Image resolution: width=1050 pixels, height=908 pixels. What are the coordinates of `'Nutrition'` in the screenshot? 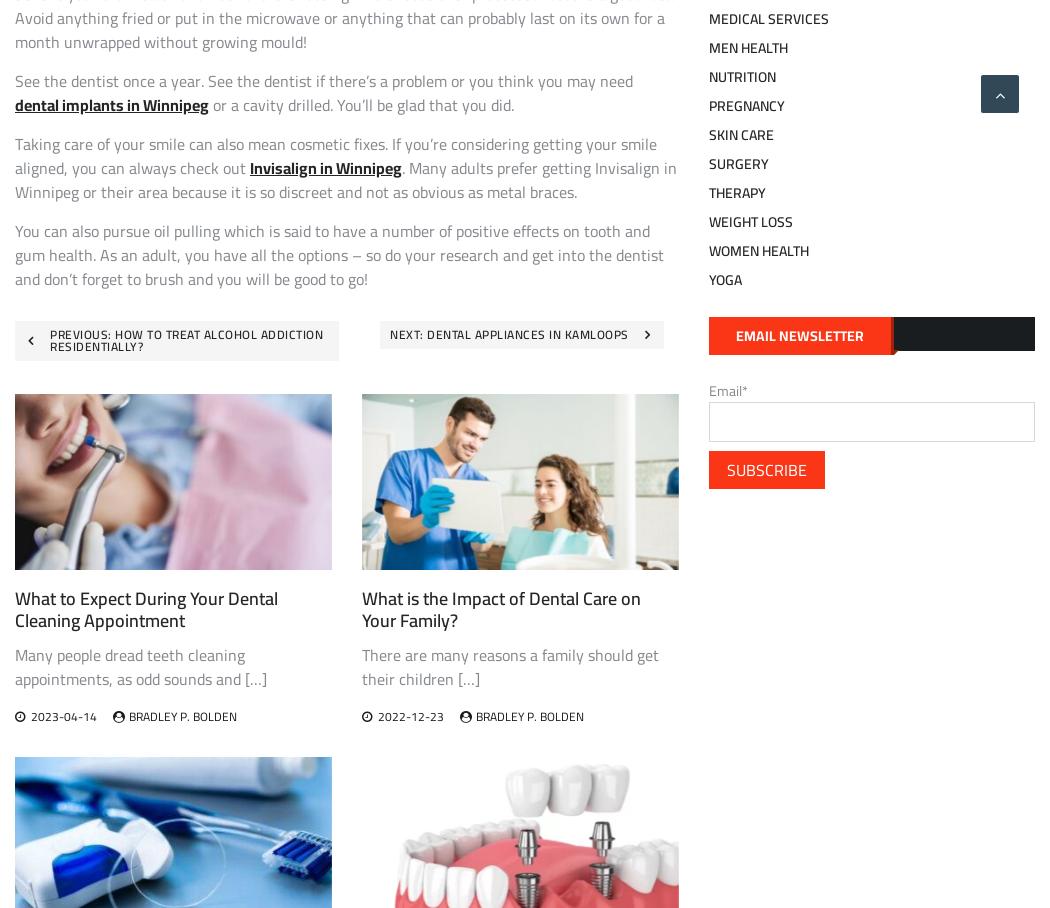 It's located at (740, 75).